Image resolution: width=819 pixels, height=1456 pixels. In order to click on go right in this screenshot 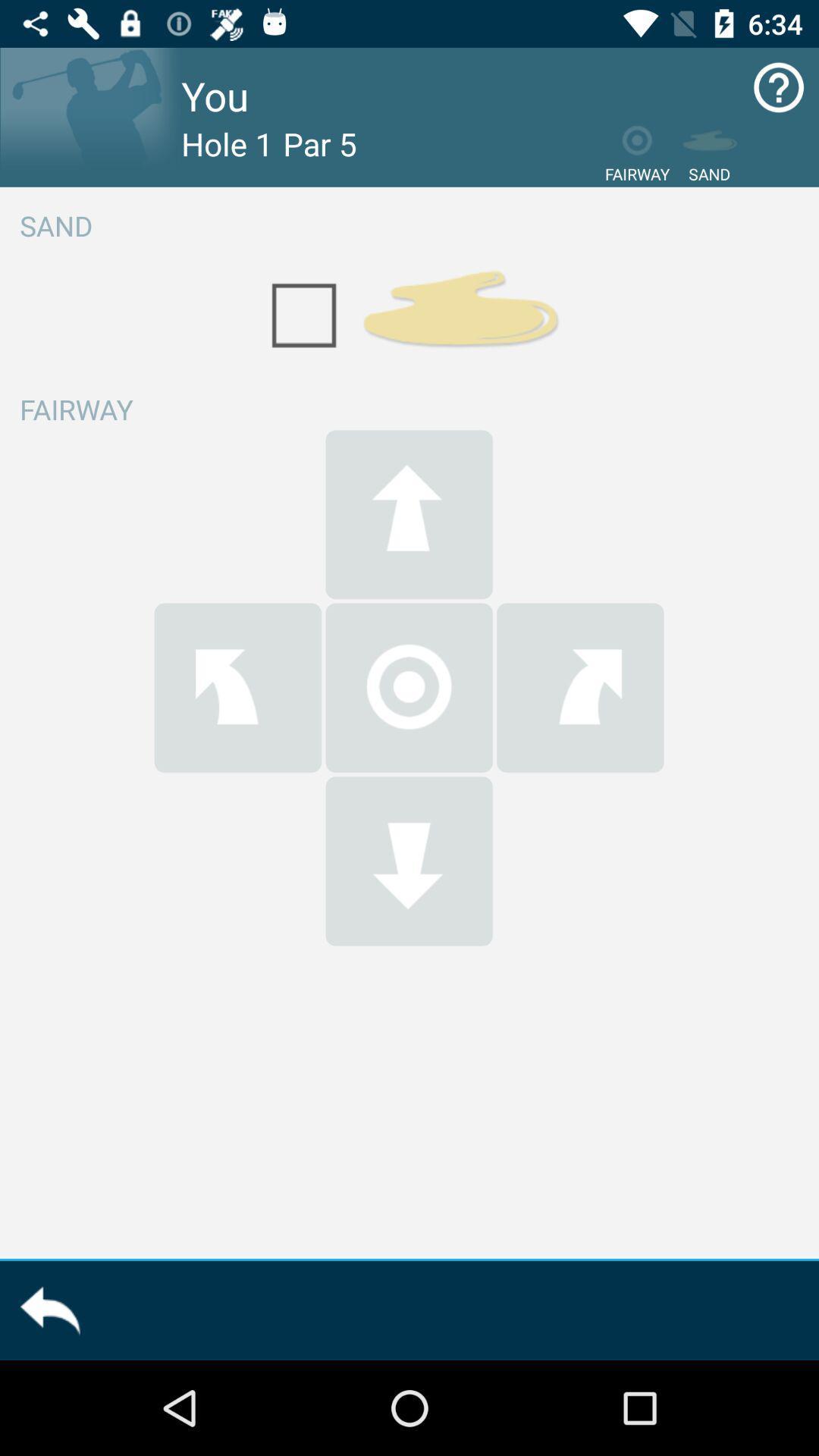, I will do `click(580, 687)`.